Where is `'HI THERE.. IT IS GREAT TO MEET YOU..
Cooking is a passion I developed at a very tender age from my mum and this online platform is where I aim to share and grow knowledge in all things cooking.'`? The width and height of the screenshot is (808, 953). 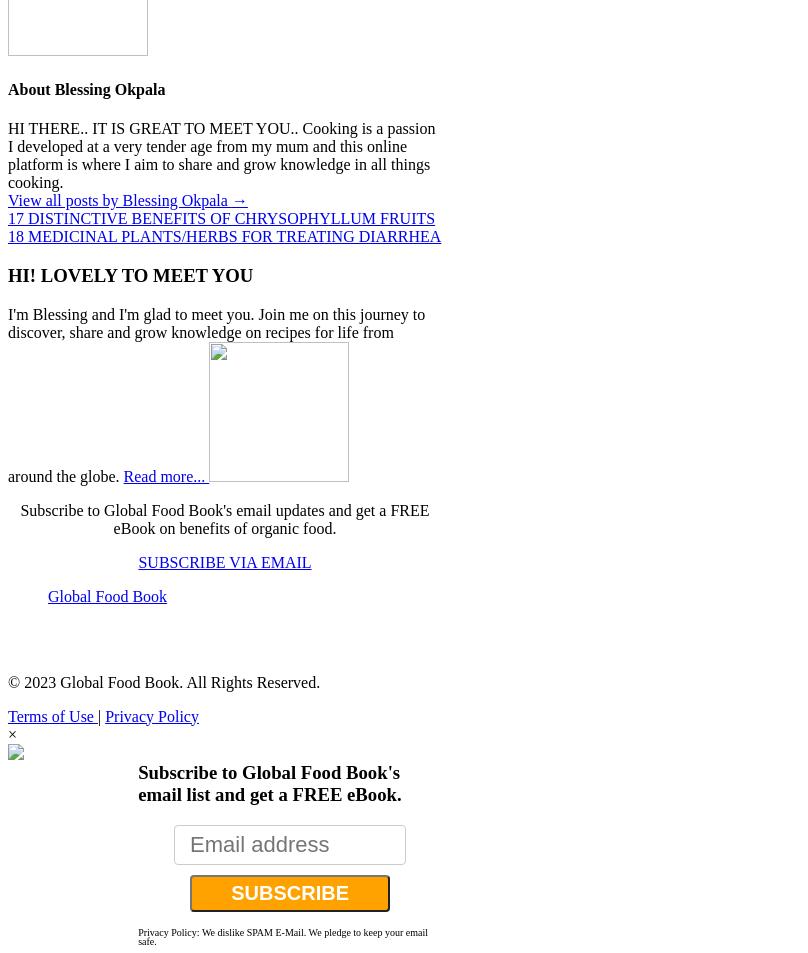
'HI THERE.. IT IS GREAT TO MEET YOU..
Cooking is a passion I developed at a very tender age from my mum and this online platform is where I aim to share and grow knowledge in all things cooking.' is located at coordinates (7, 154).